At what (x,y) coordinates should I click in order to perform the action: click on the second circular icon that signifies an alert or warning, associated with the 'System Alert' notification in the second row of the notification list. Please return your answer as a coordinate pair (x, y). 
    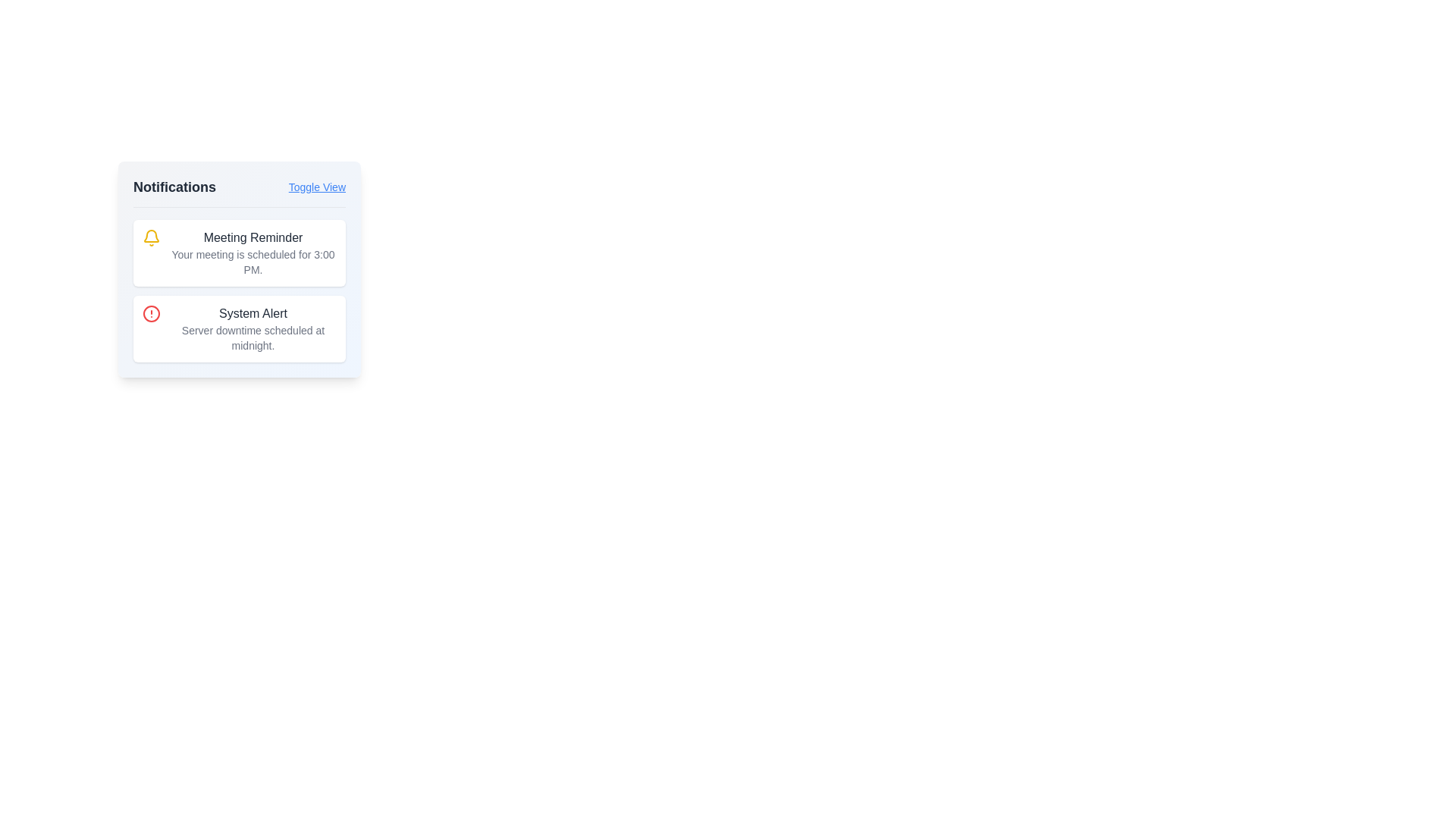
    Looking at the image, I should click on (152, 312).